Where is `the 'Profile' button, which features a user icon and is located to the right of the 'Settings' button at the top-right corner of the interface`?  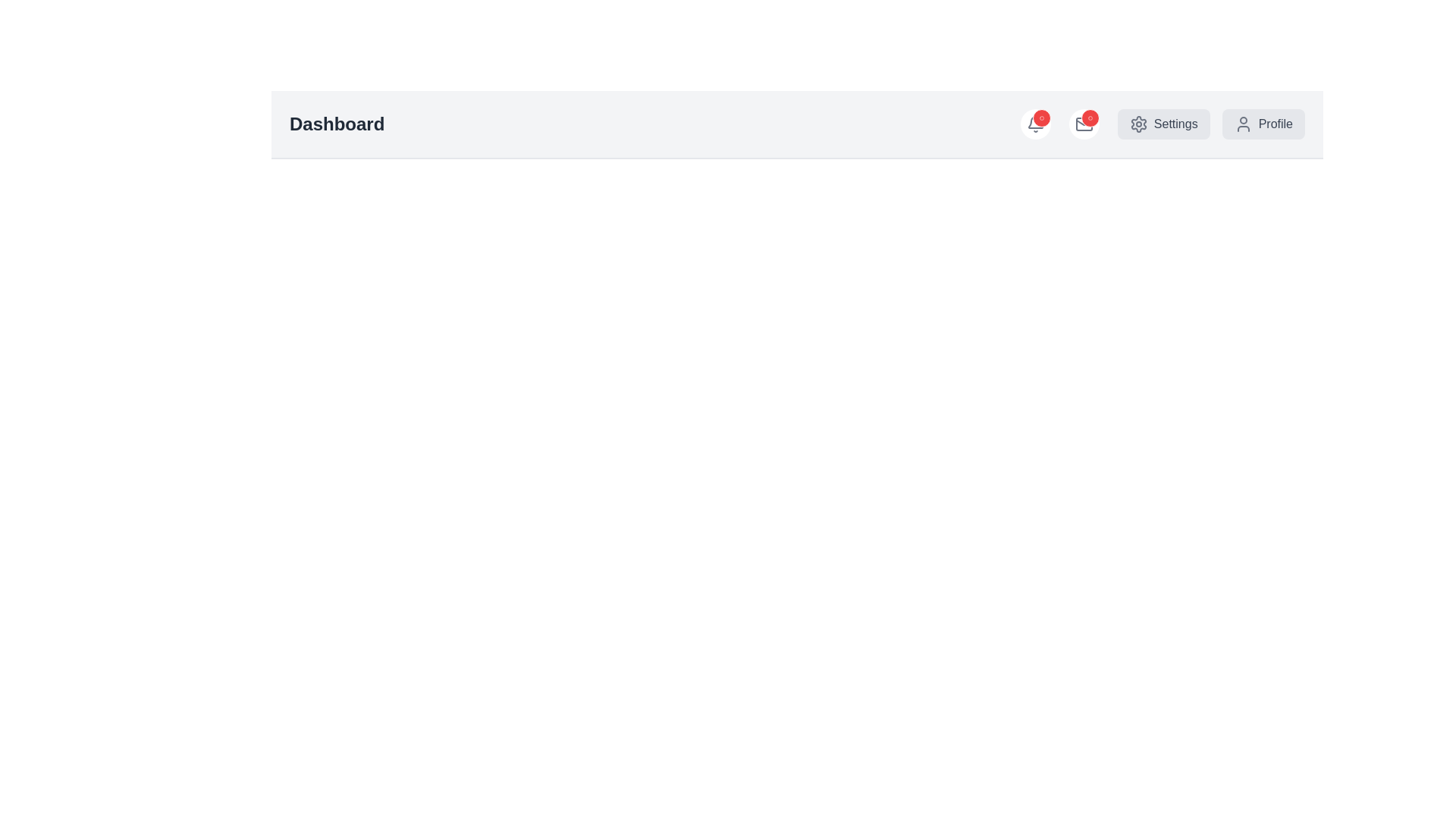 the 'Profile' button, which features a user icon and is located to the right of the 'Settings' button at the top-right corner of the interface is located at coordinates (1263, 124).